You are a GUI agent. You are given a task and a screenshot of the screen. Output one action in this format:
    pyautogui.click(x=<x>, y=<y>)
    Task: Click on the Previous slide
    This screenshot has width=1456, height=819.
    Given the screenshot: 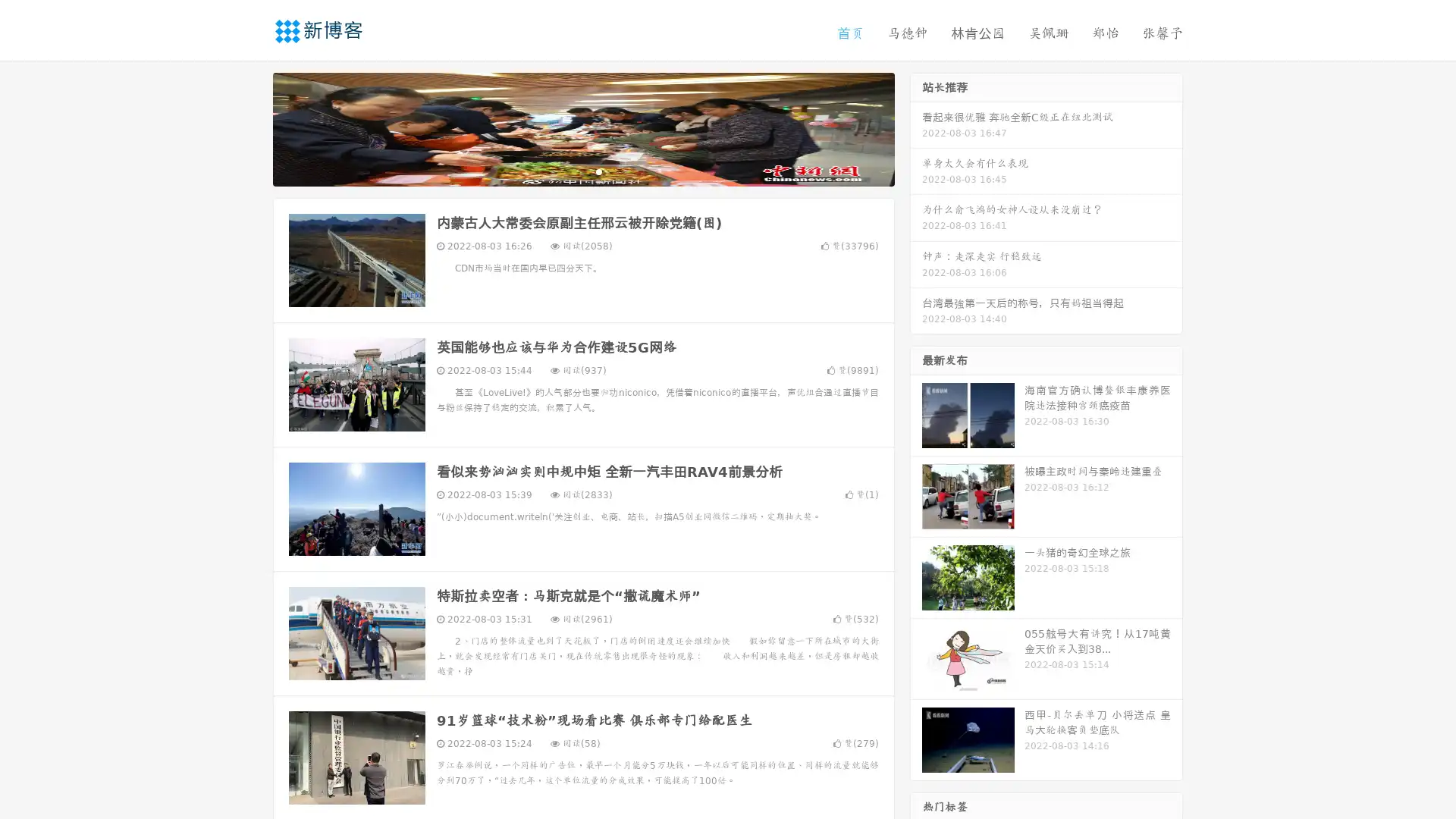 What is the action you would take?
    pyautogui.click(x=250, y=127)
    